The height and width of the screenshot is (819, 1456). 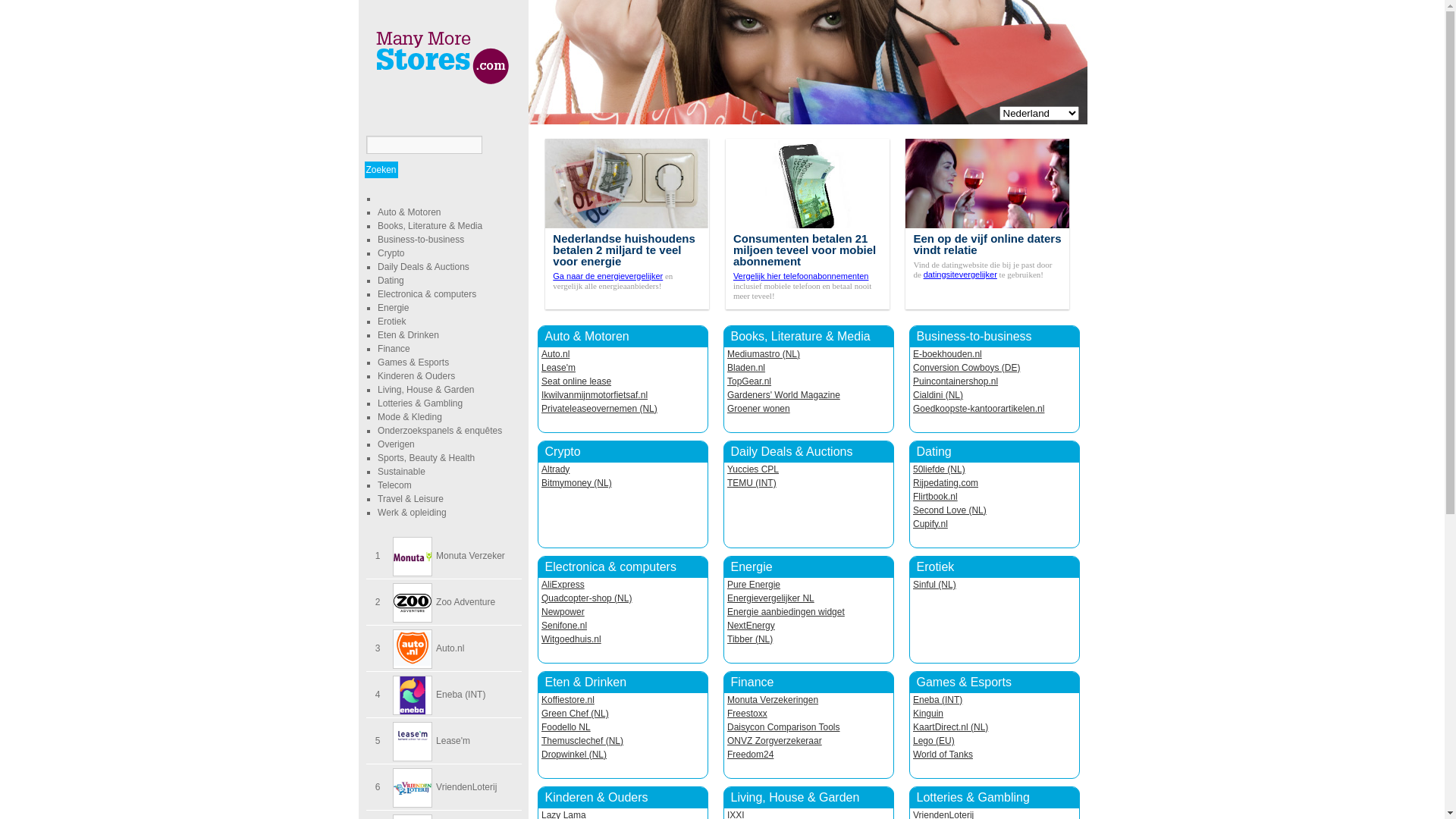 What do you see at coordinates (378, 444) in the screenshot?
I see `'Overigen'` at bounding box center [378, 444].